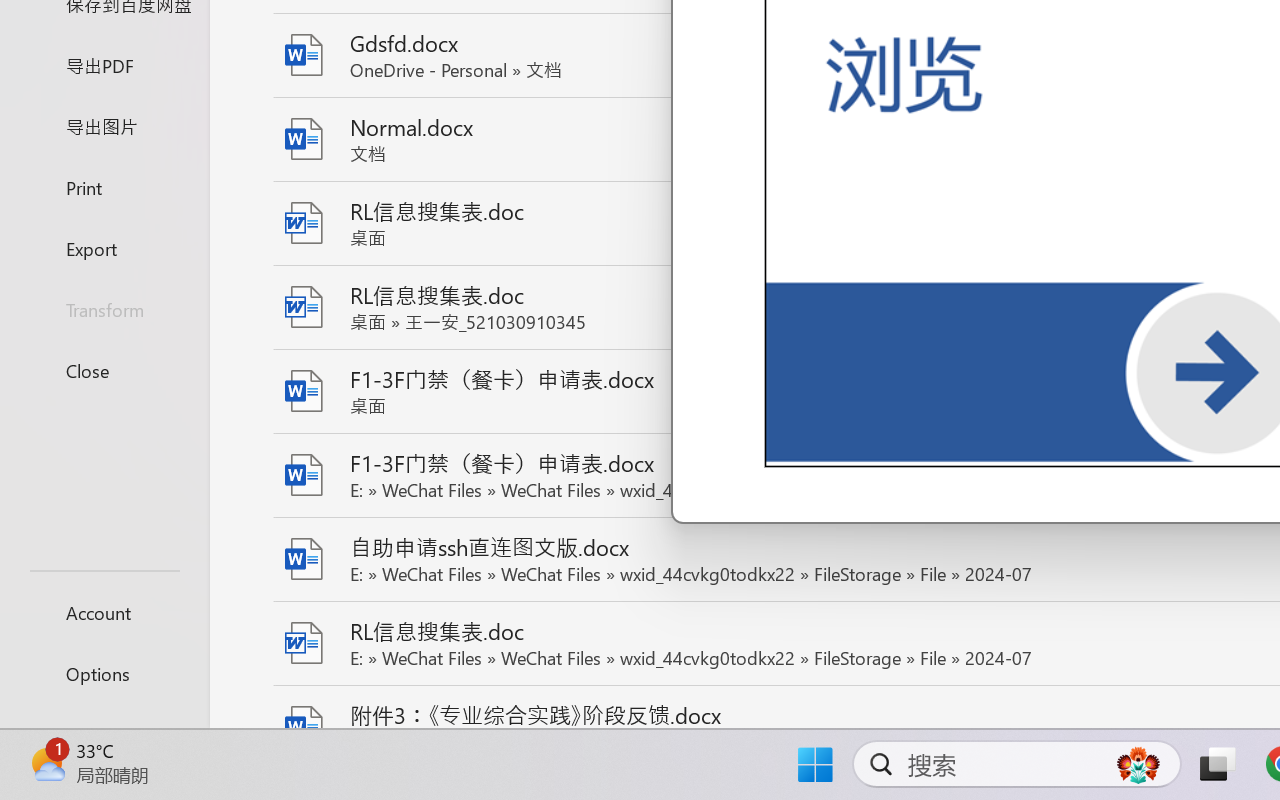 The width and height of the screenshot is (1280, 800). Describe the element at coordinates (103, 247) in the screenshot. I see `'Export'` at that location.